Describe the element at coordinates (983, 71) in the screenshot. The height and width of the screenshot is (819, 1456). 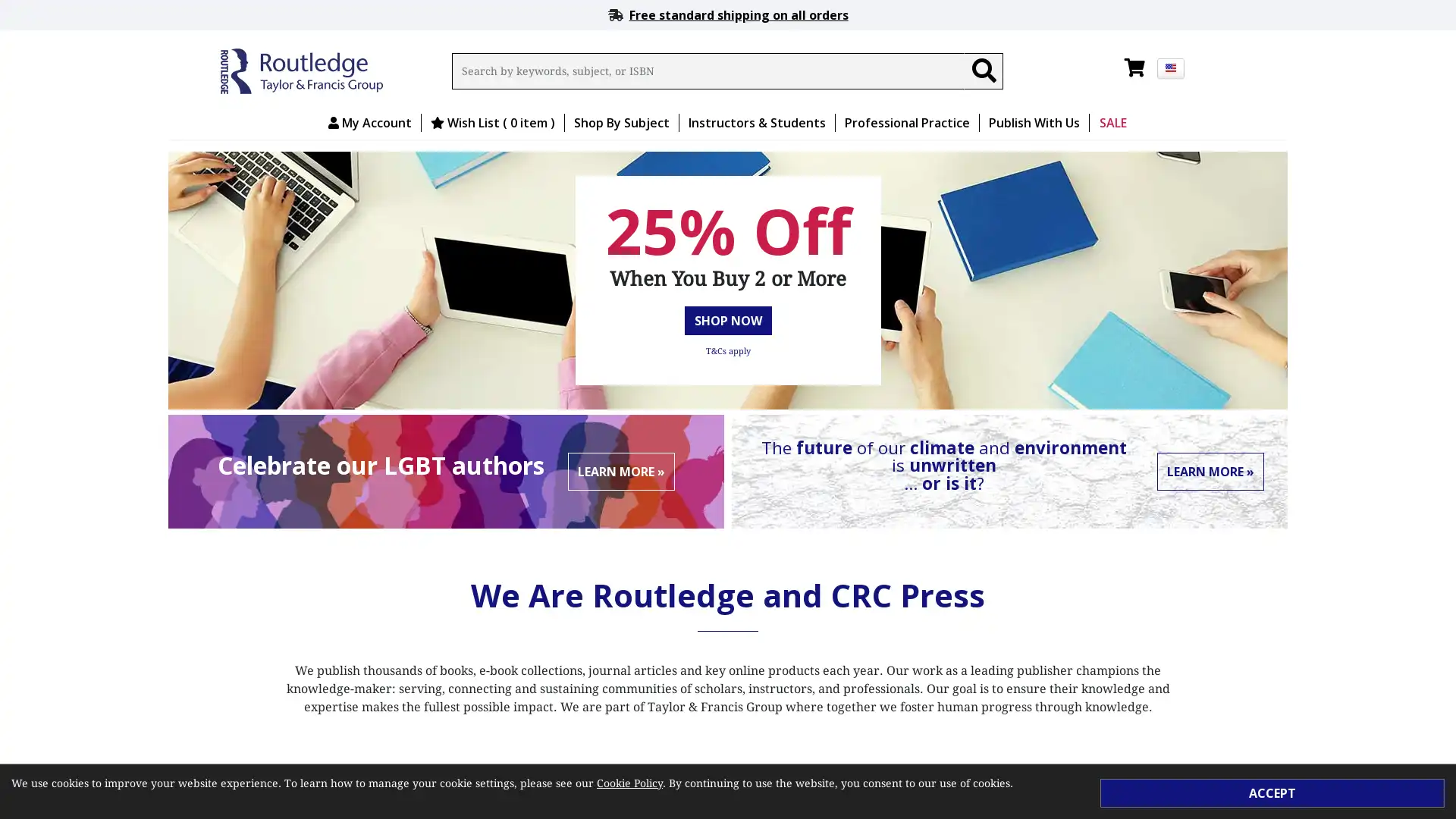
I see `Search` at that location.